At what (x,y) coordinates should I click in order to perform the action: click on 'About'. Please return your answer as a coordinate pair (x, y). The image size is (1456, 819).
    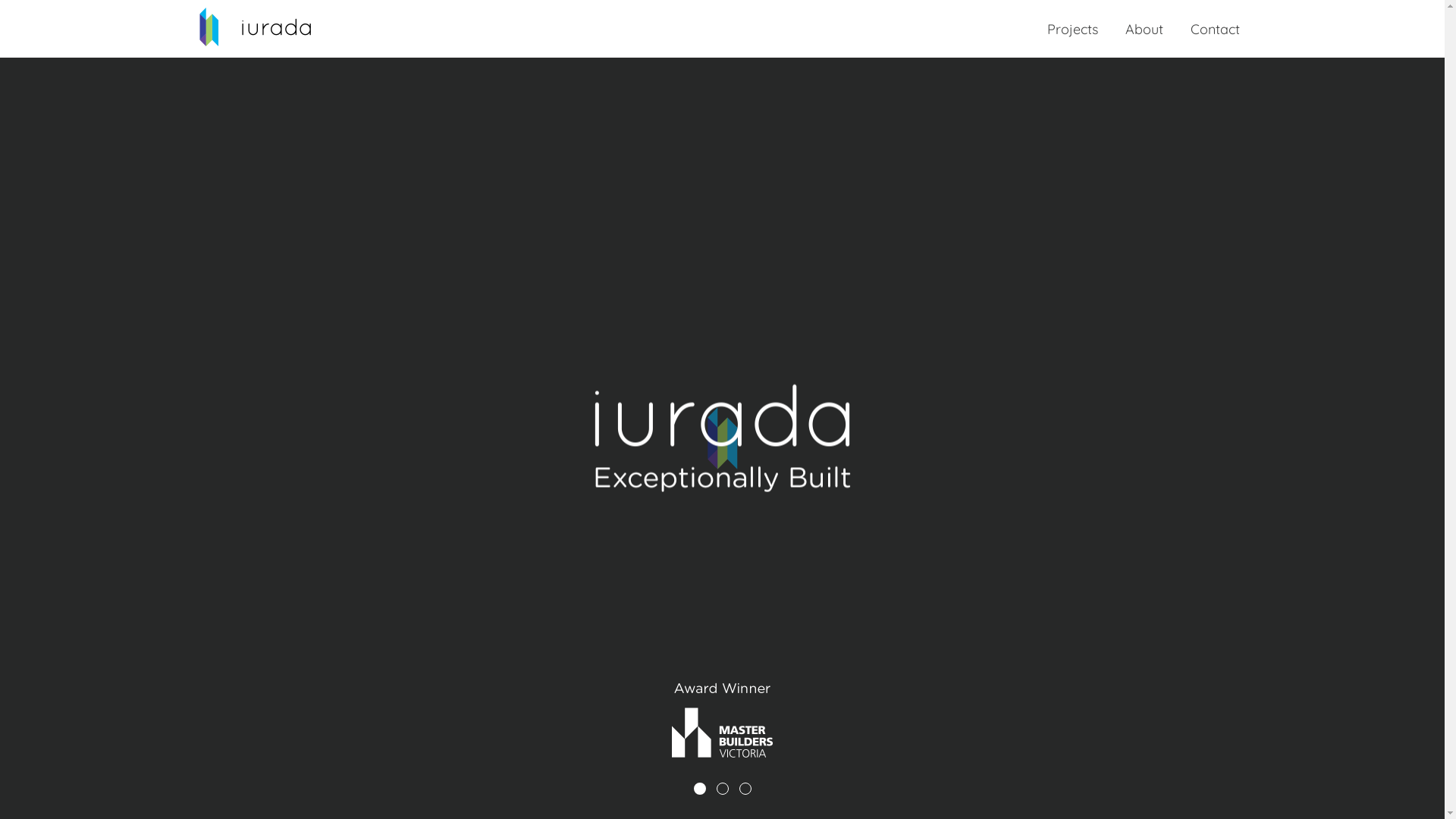
    Looking at the image, I should click on (1144, 29).